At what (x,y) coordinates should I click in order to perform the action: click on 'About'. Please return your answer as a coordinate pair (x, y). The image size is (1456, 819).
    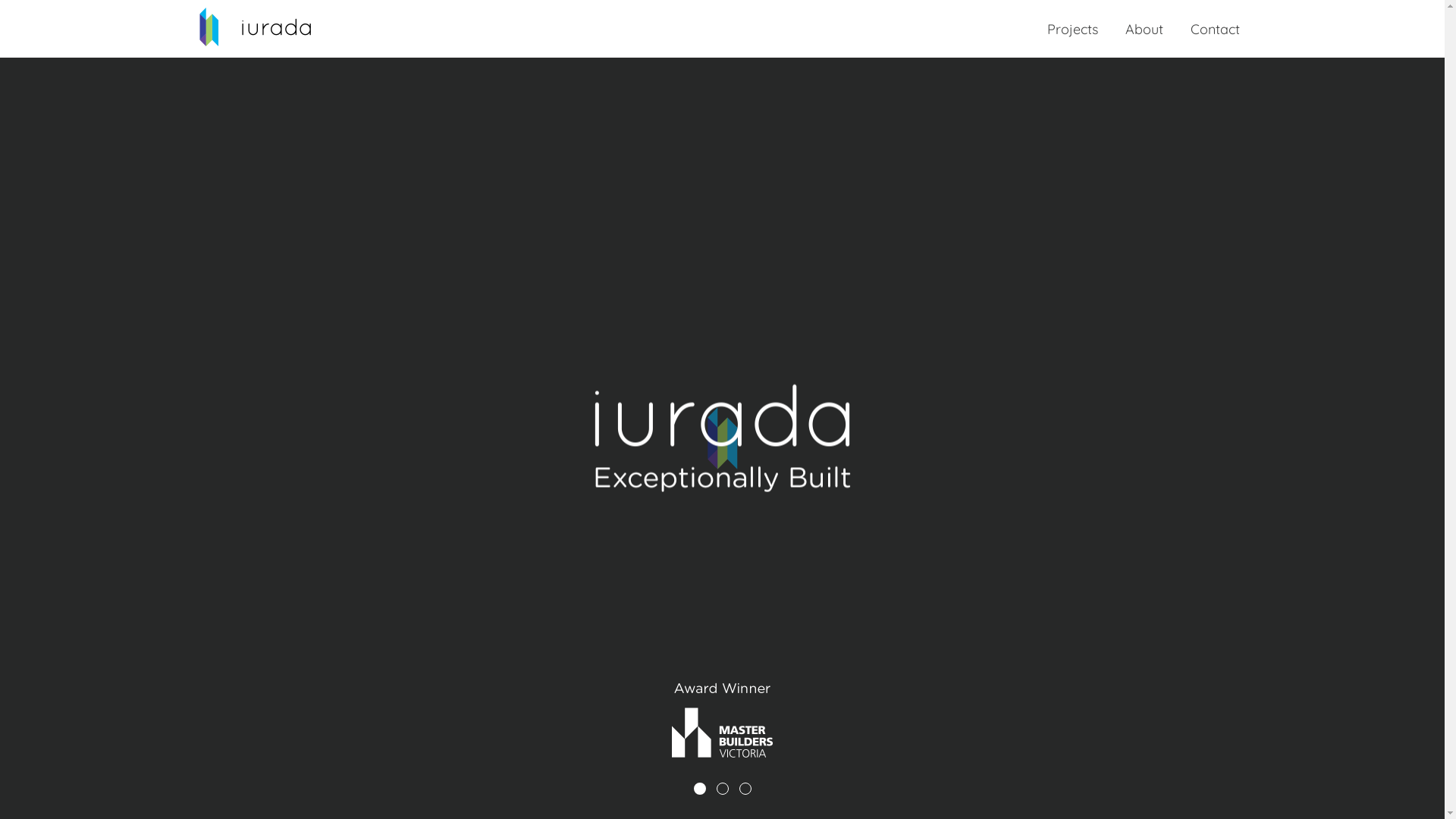
    Looking at the image, I should click on (1144, 29).